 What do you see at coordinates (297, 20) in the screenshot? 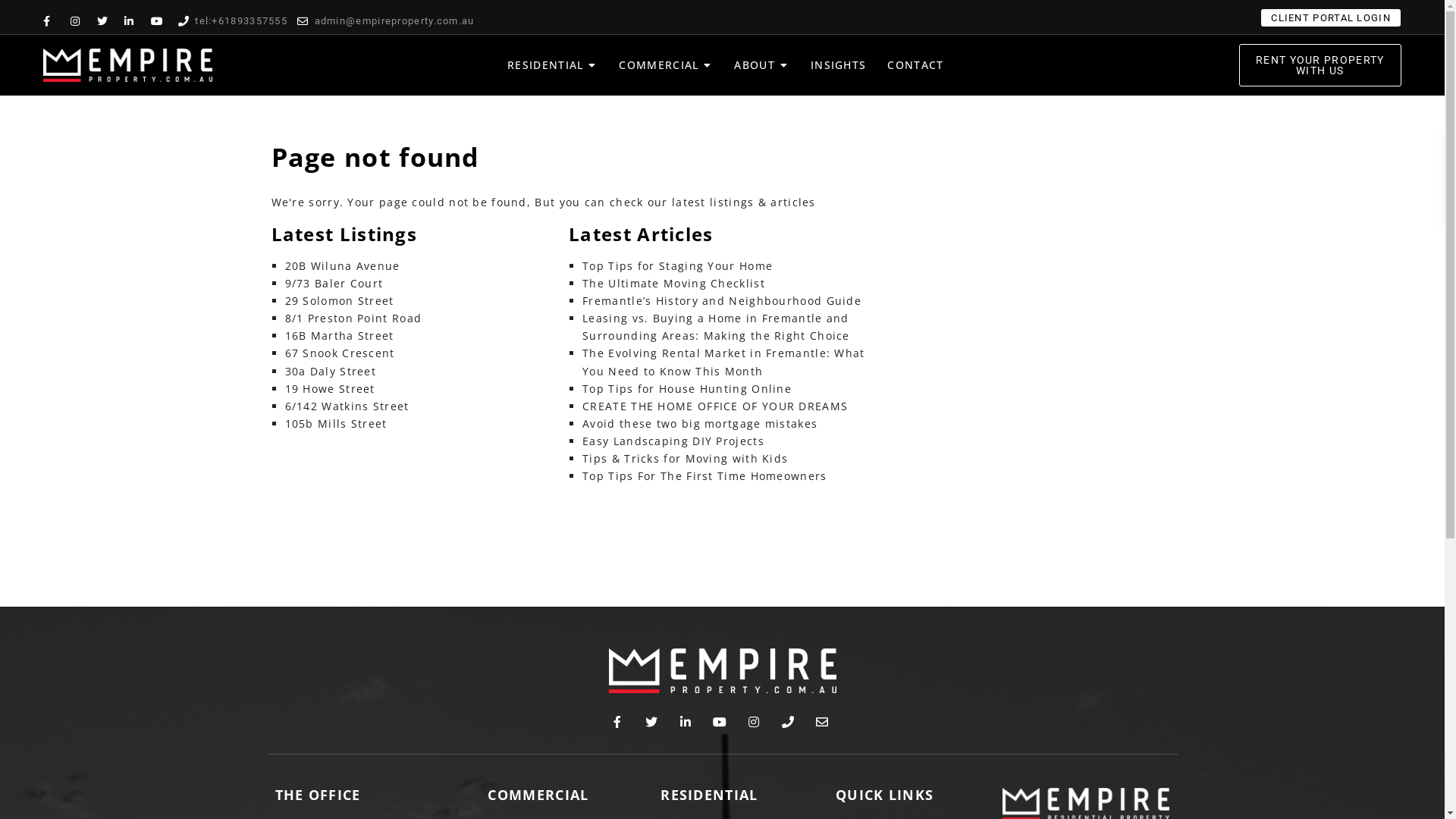
I see `'admin@empireproperty.com.au'` at bounding box center [297, 20].